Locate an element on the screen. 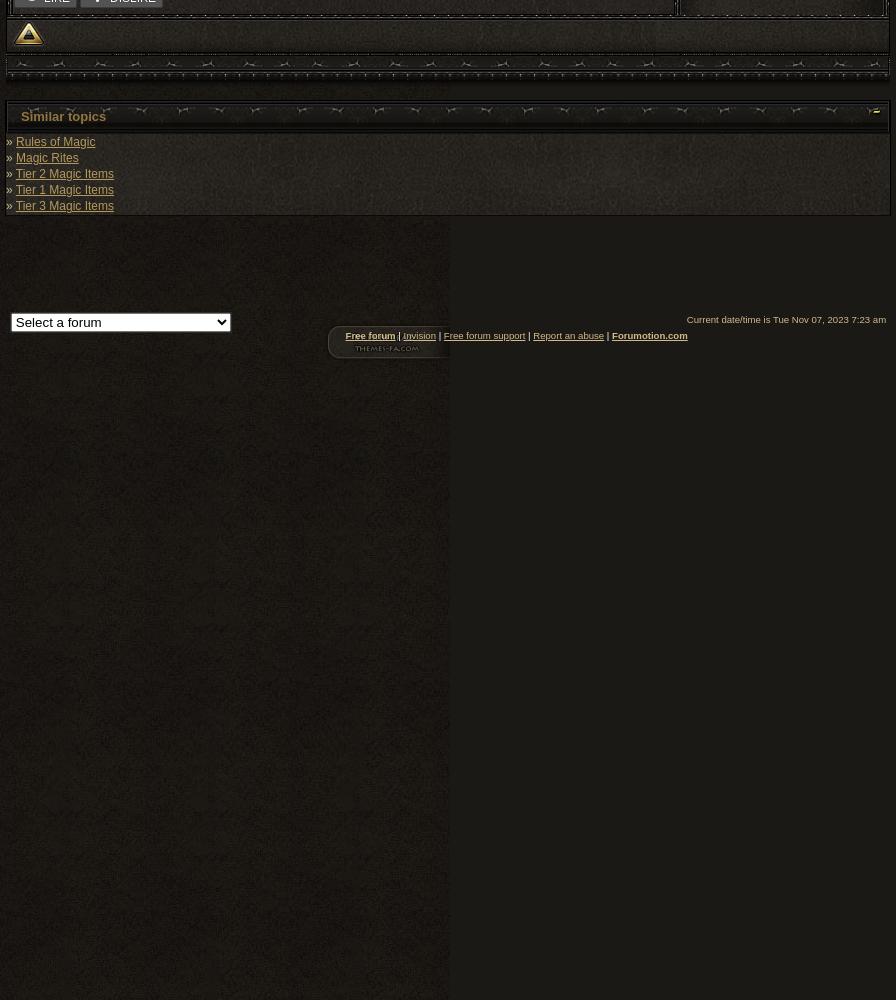  'Invision' is located at coordinates (419, 333).